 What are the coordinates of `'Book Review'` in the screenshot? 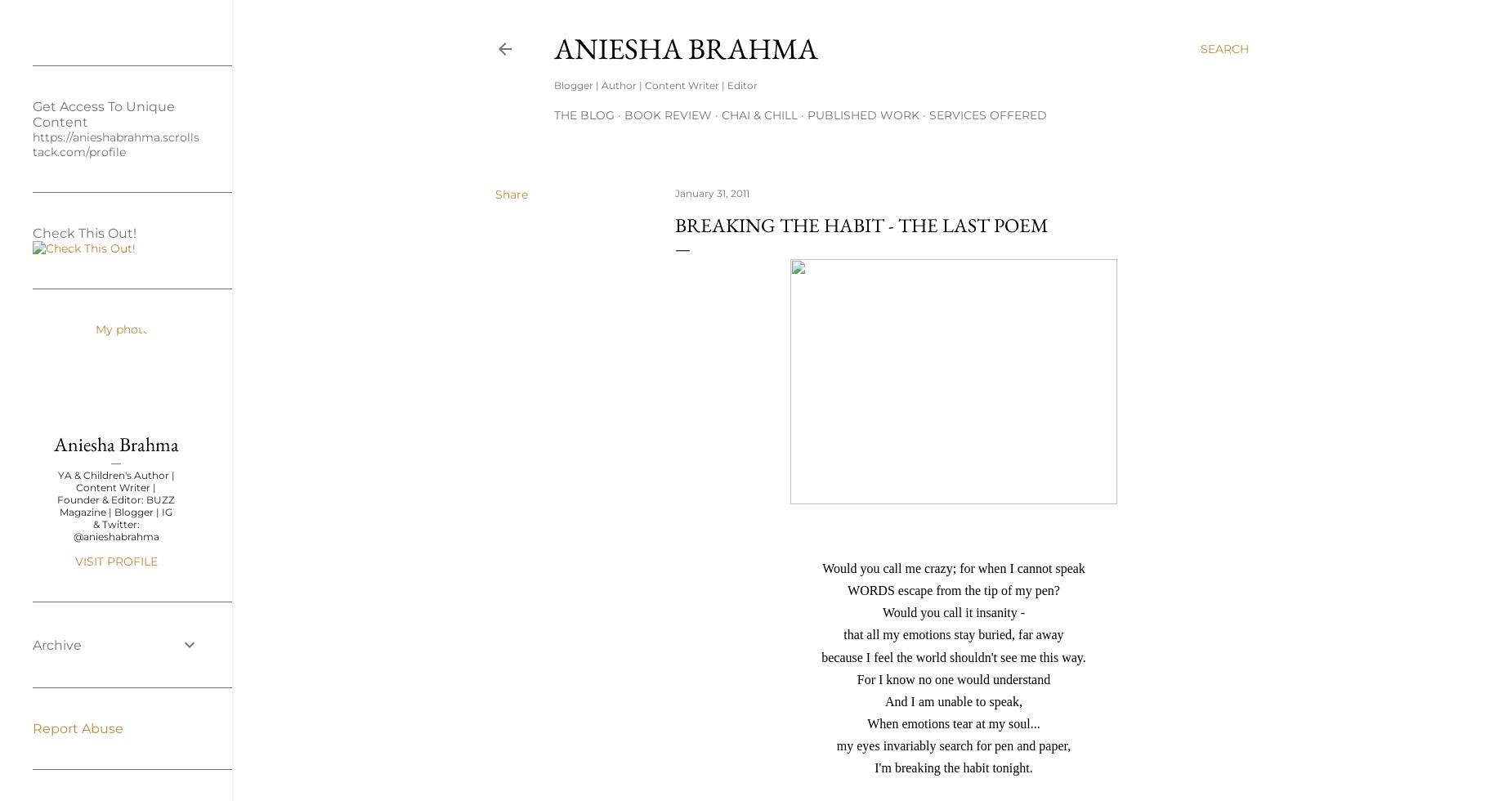 It's located at (668, 115).